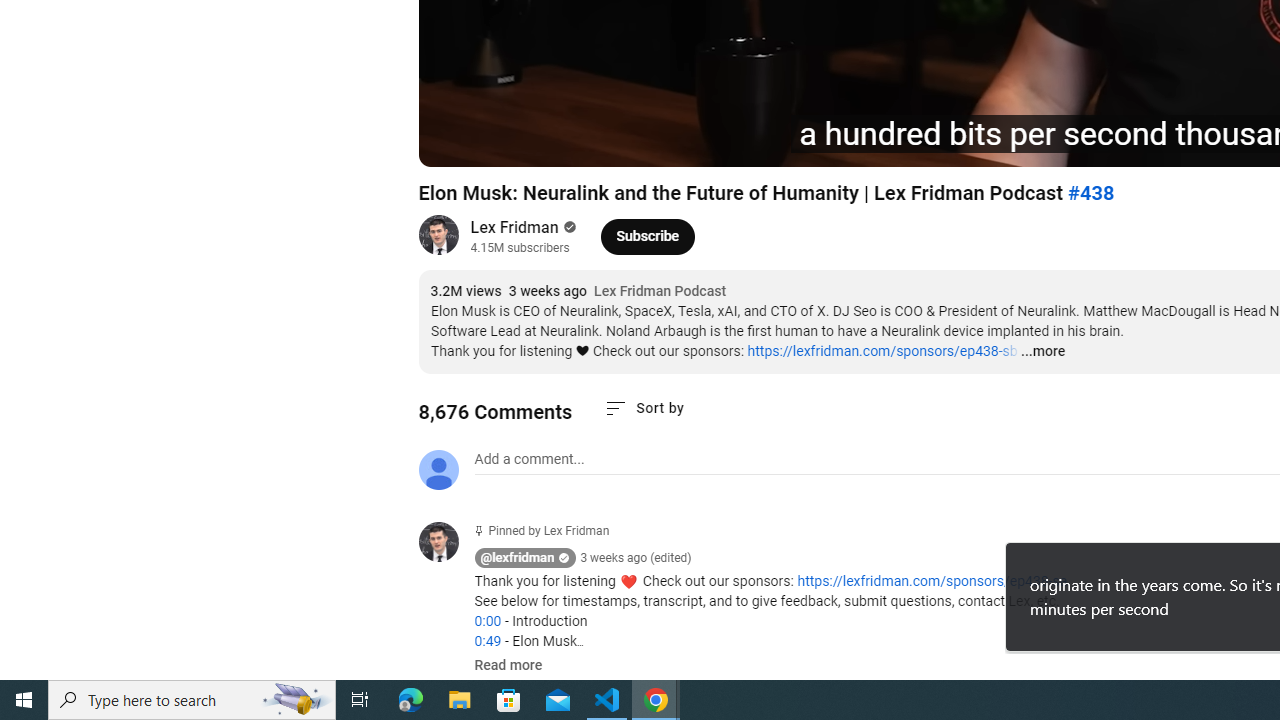 This screenshot has height=720, width=1280. I want to click on 'Sort comments', so click(644, 407).